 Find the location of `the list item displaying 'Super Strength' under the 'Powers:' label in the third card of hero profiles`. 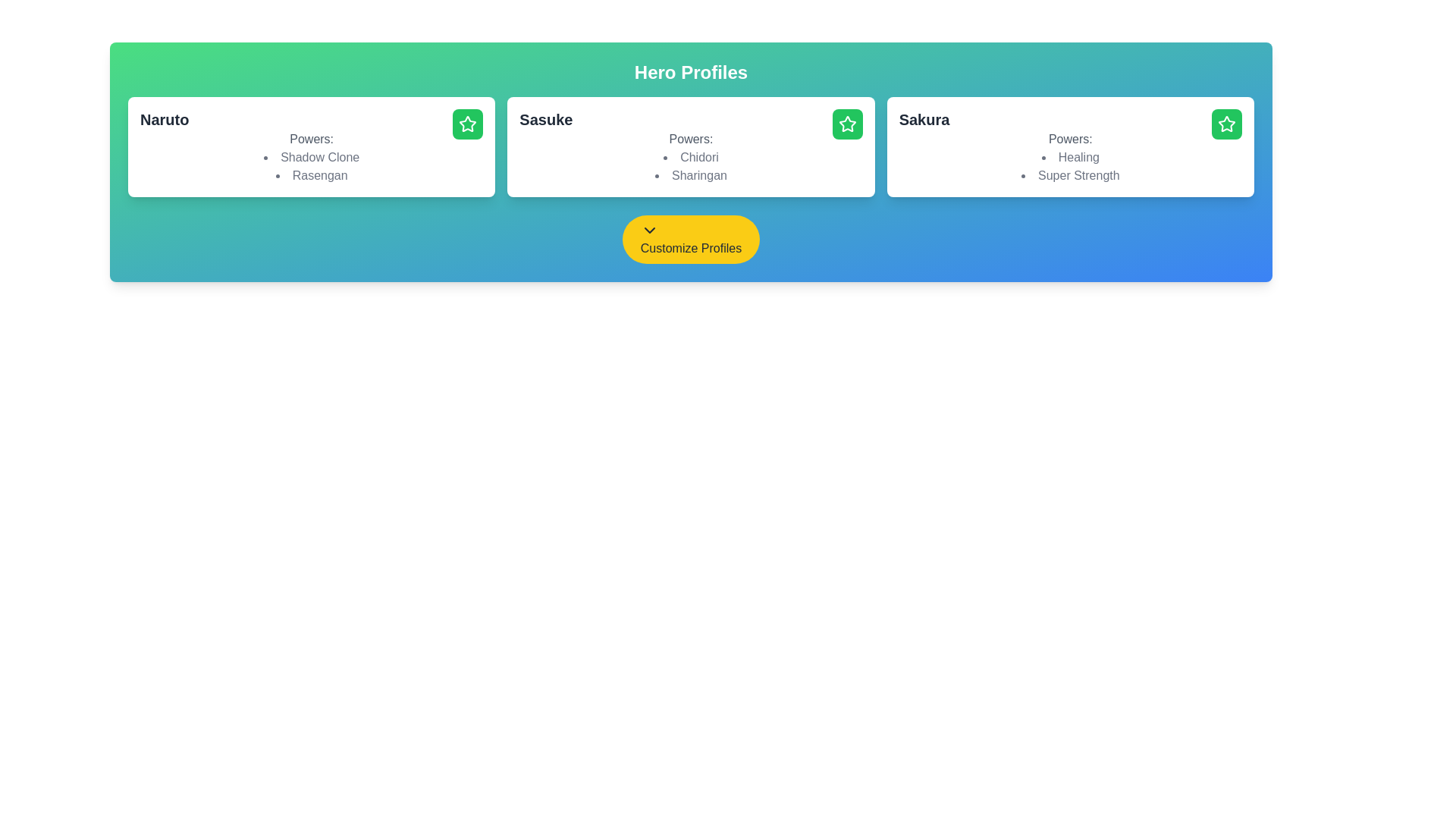

the list item displaying 'Super Strength' under the 'Powers:' label in the third card of hero profiles is located at coordinates (1069, 174).